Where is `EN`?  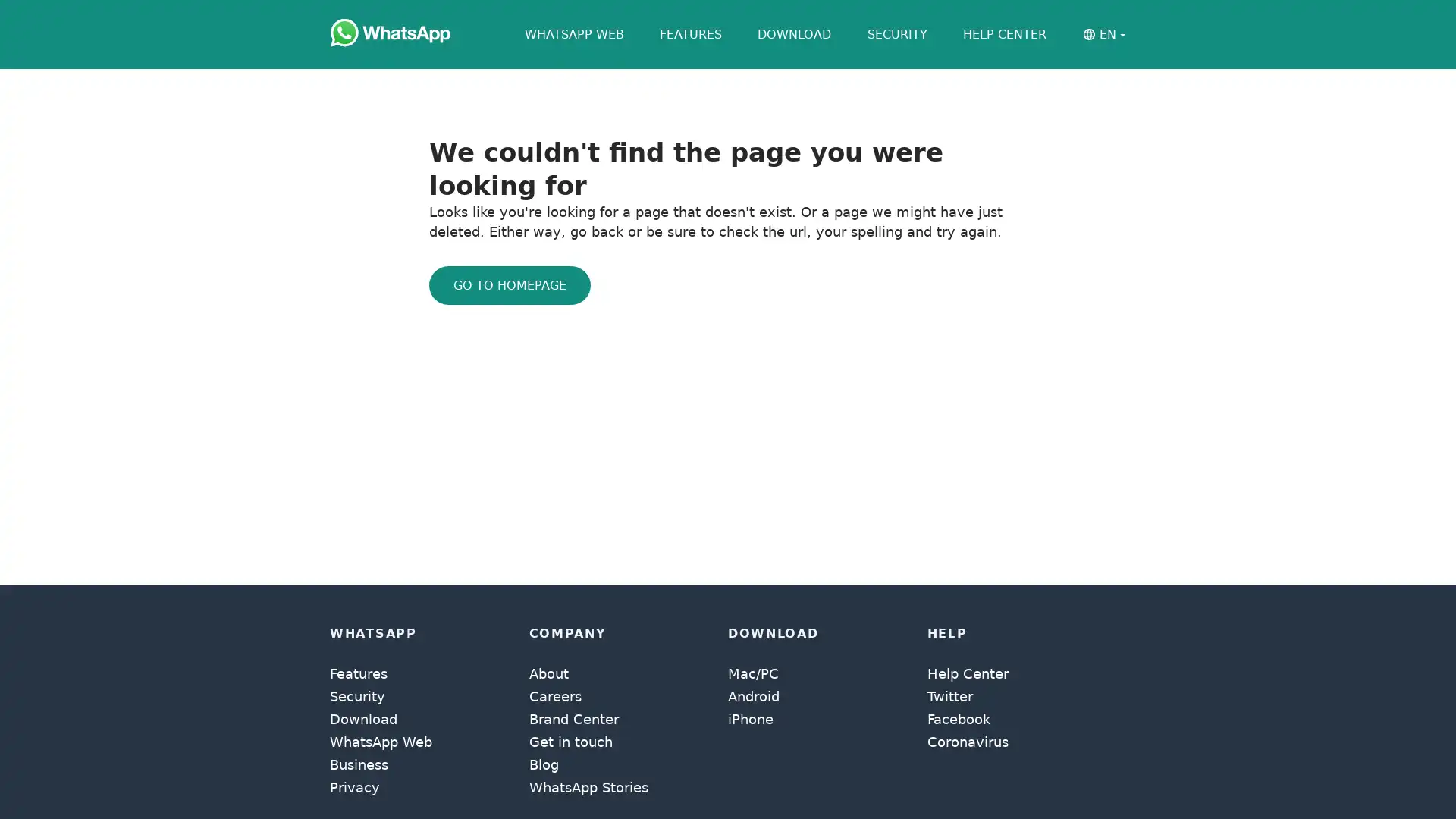 EN is located at coordinates (1103, 34).